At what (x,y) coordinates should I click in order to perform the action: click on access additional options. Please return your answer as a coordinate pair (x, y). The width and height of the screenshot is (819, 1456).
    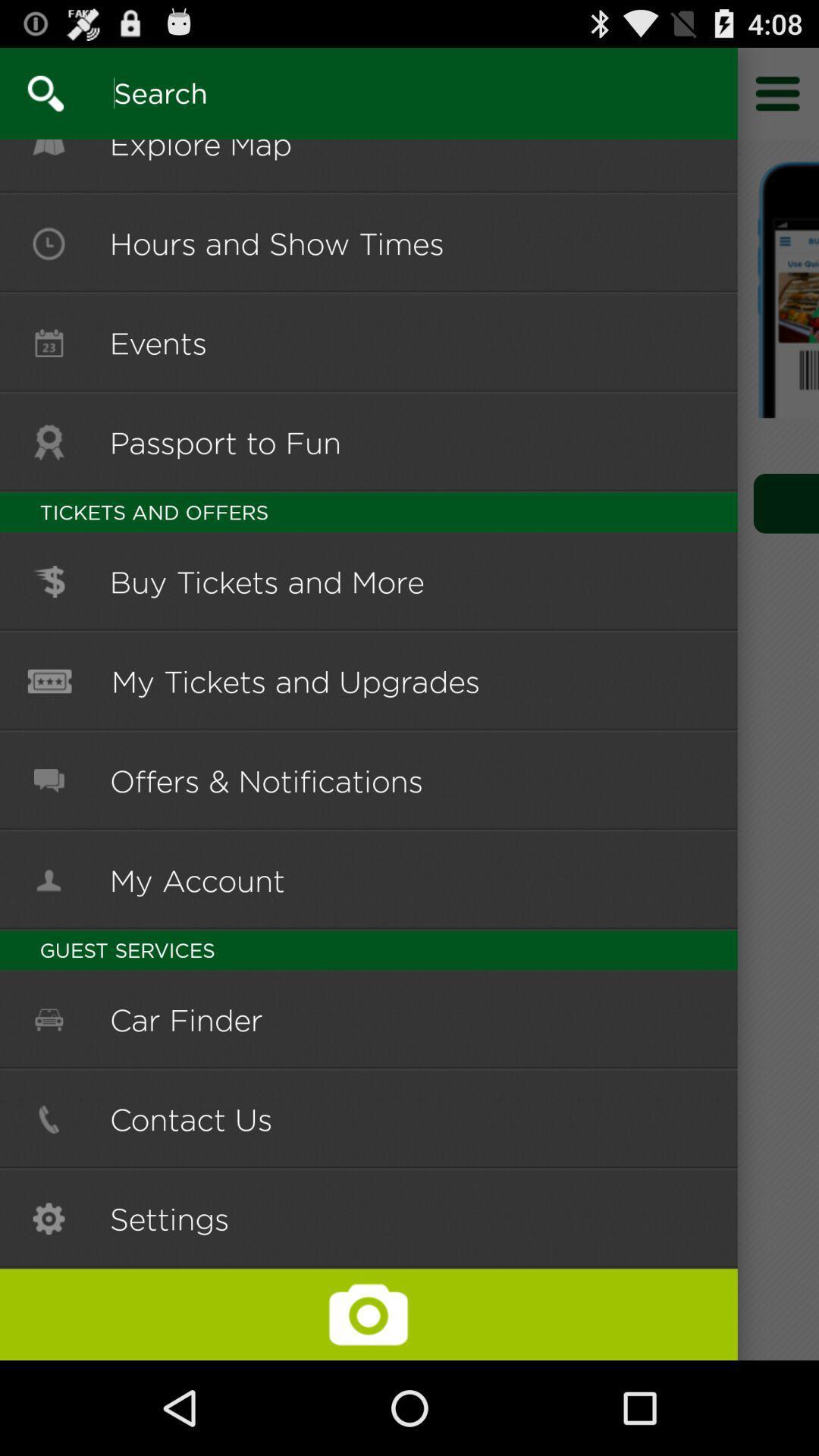
    Looking at the image, I should click on (778, 93).